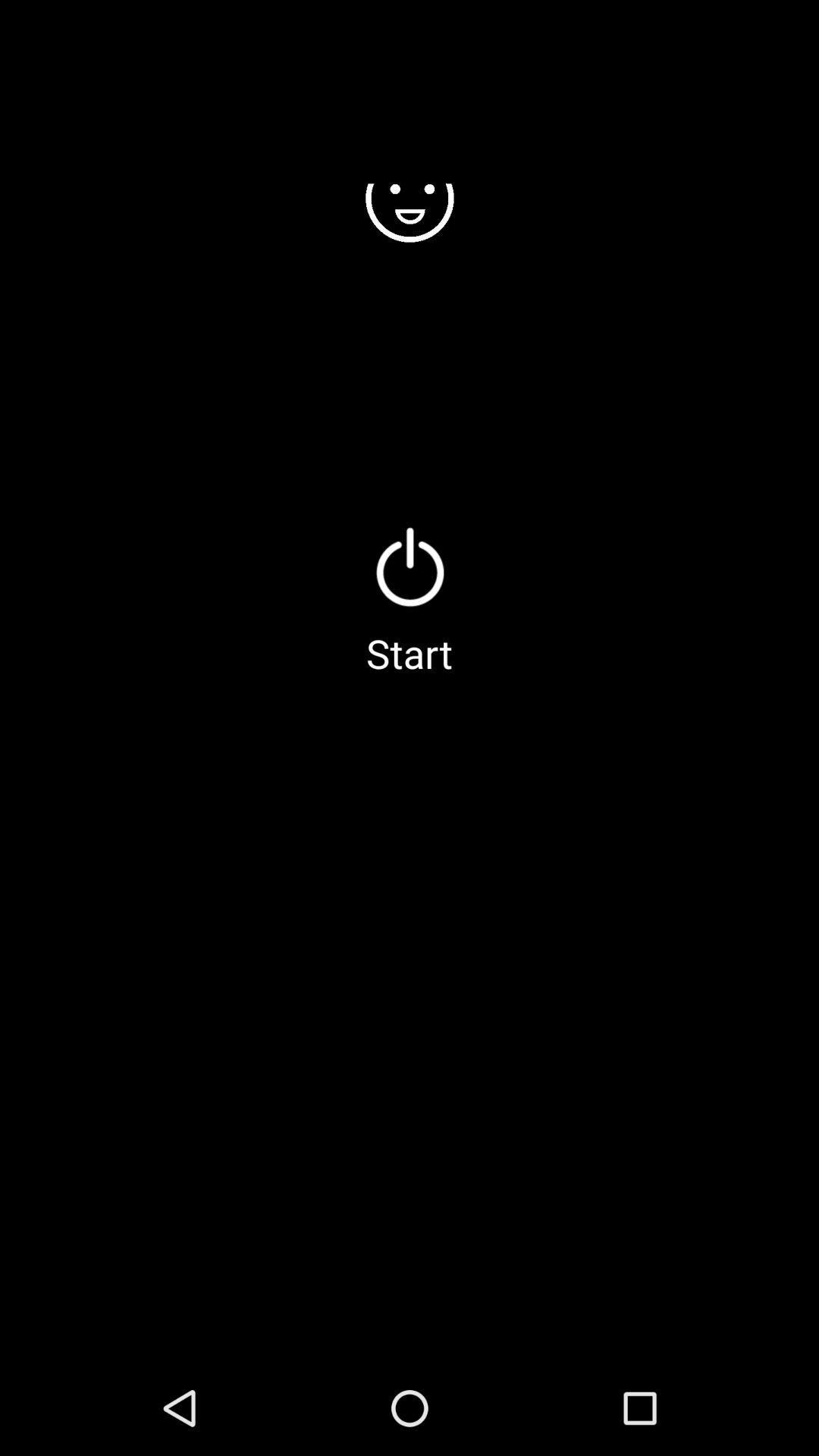 The width and height of the screenshot is (819, 1456). I want to click on the power icon, so click(409, 566).